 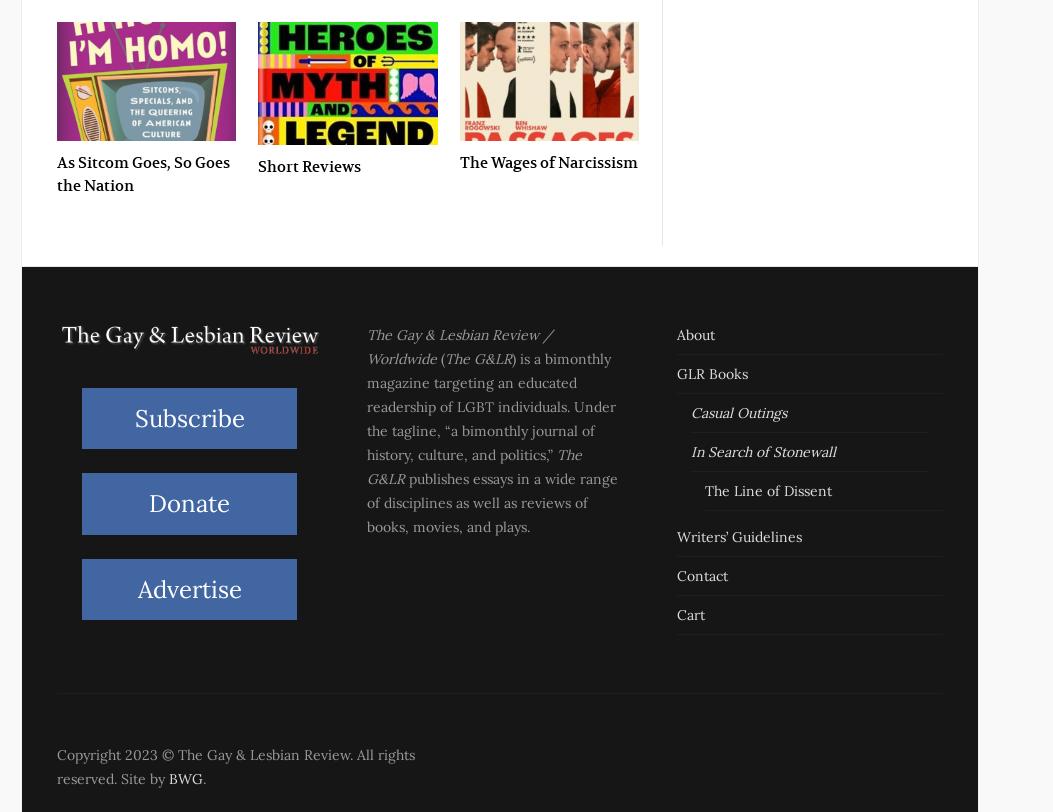 I want to click on 'The Gay & Lesbian Review / Worldwide', so click(x=365, y=346).